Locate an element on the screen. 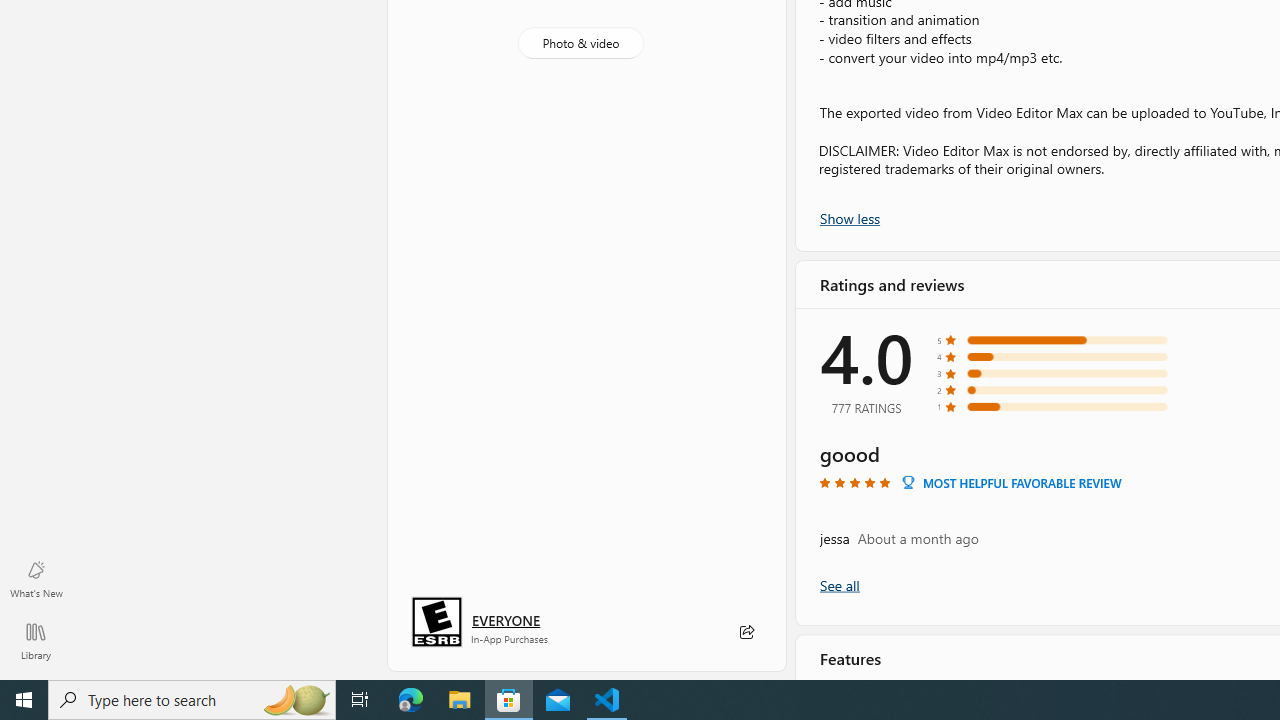  'Show all ratings and reviews' is located at coordinates (839, 584).